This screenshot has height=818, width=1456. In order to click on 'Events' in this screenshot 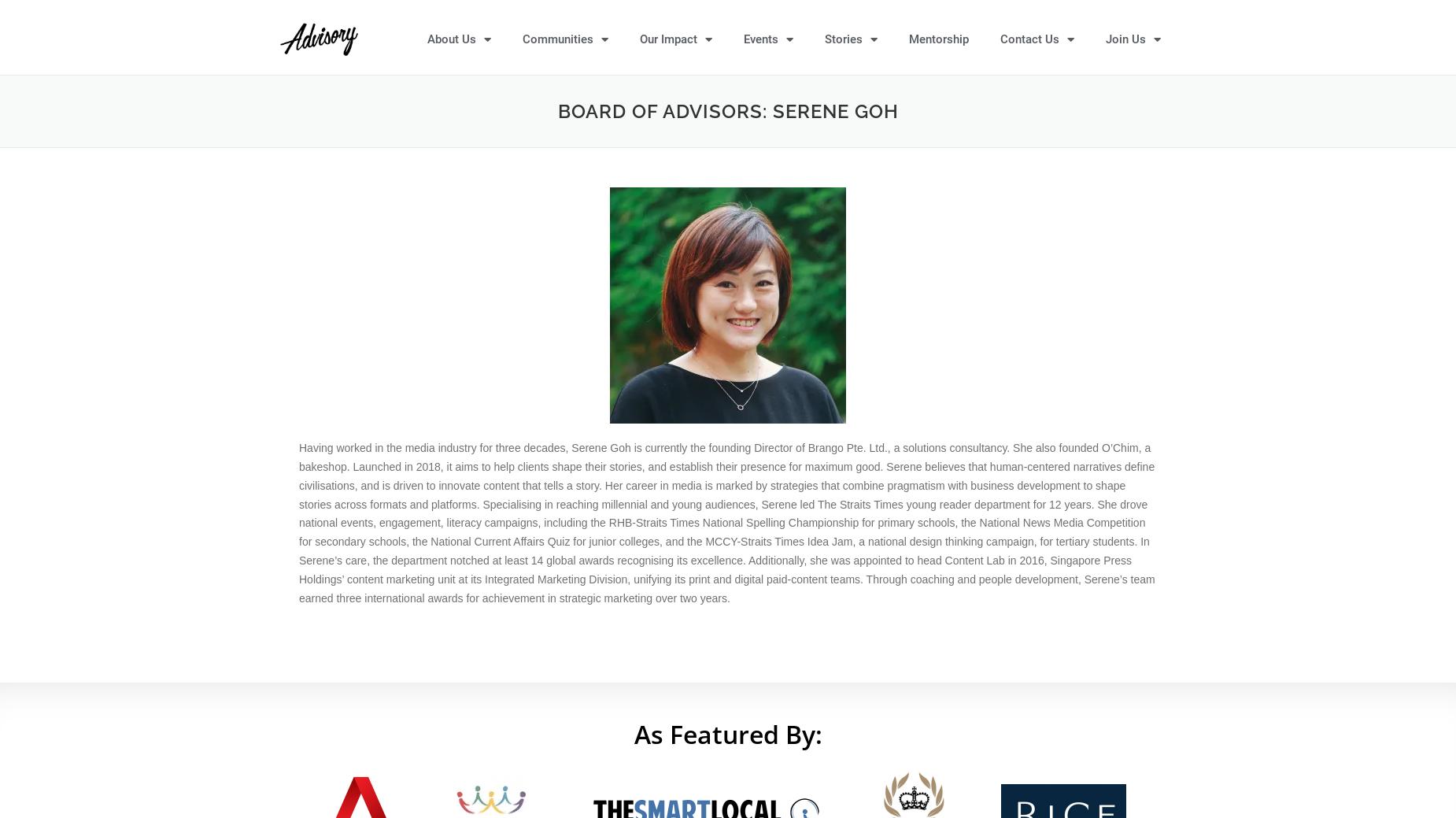, I will do `click(759, 38)`.